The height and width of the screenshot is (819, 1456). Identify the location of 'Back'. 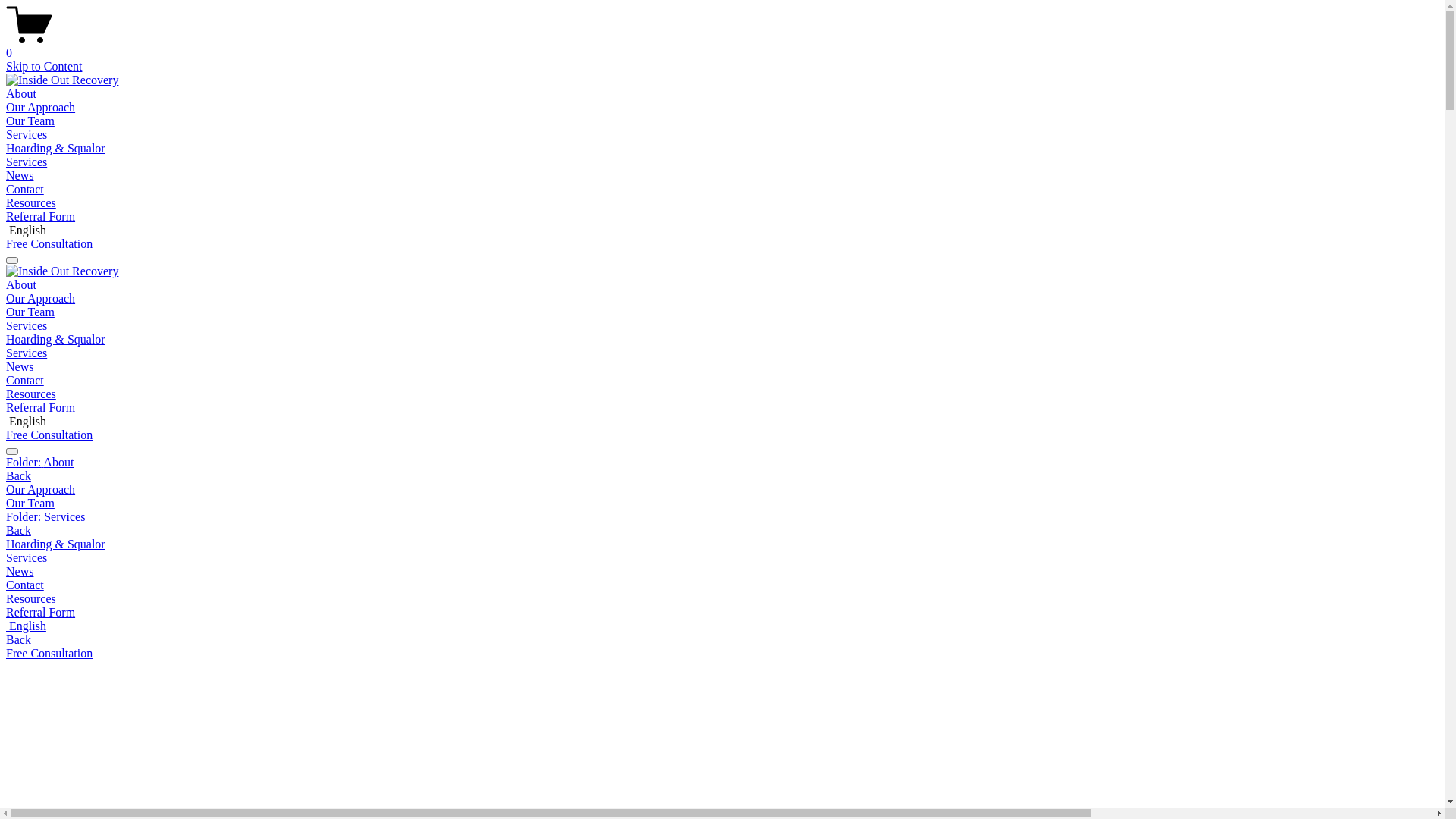
(18, 475).